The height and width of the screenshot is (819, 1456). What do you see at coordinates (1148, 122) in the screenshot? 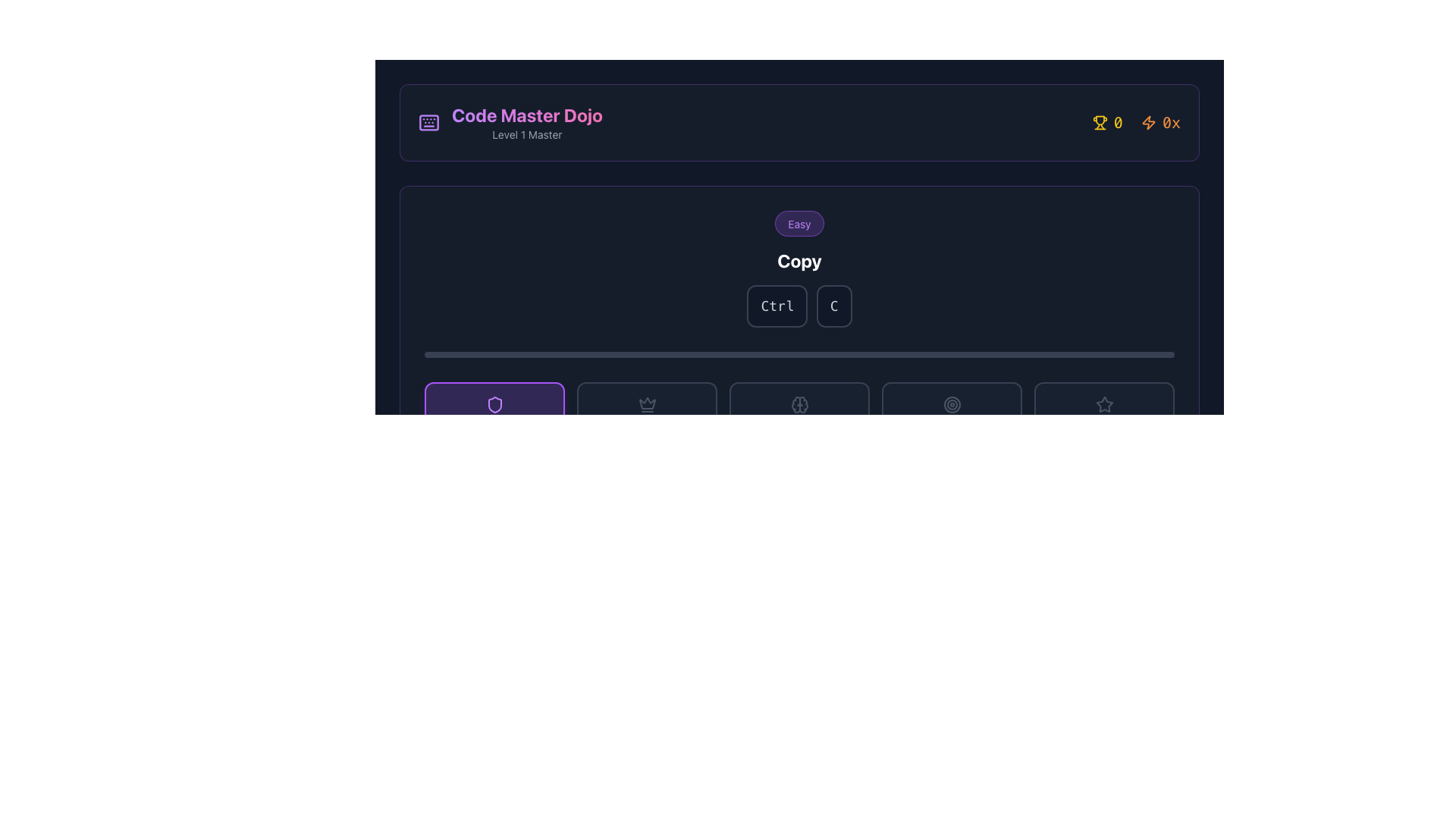
I see `the small orange lightning bolt icon located at the top-right section of the user interface, positioned to the left of the '0x' text label and near the trophy icon` at bounding box center [1148, 122].